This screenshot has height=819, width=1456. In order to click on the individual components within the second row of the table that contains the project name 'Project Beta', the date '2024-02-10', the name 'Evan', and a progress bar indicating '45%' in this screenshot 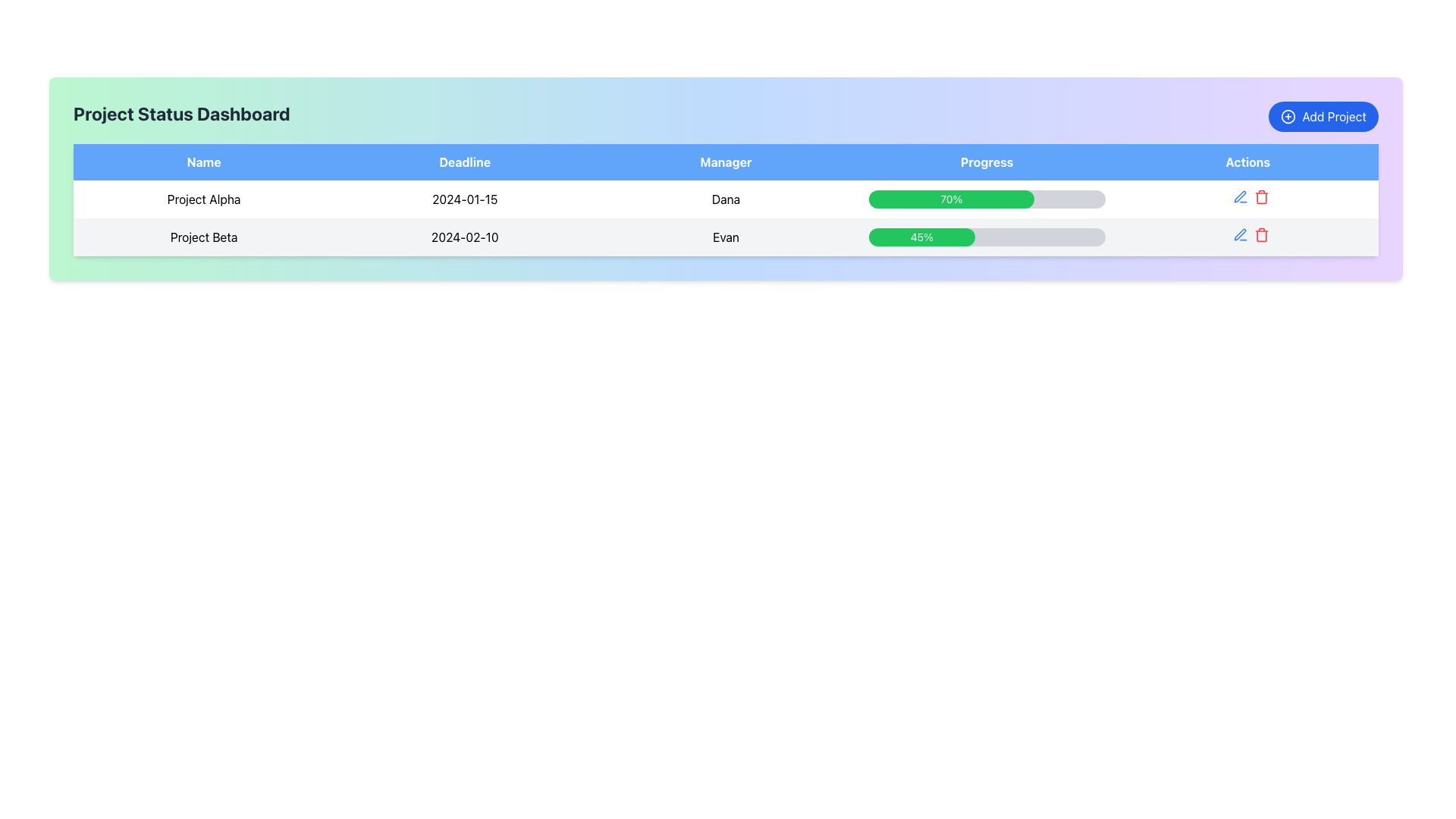, I will do `click(725, 237)`.